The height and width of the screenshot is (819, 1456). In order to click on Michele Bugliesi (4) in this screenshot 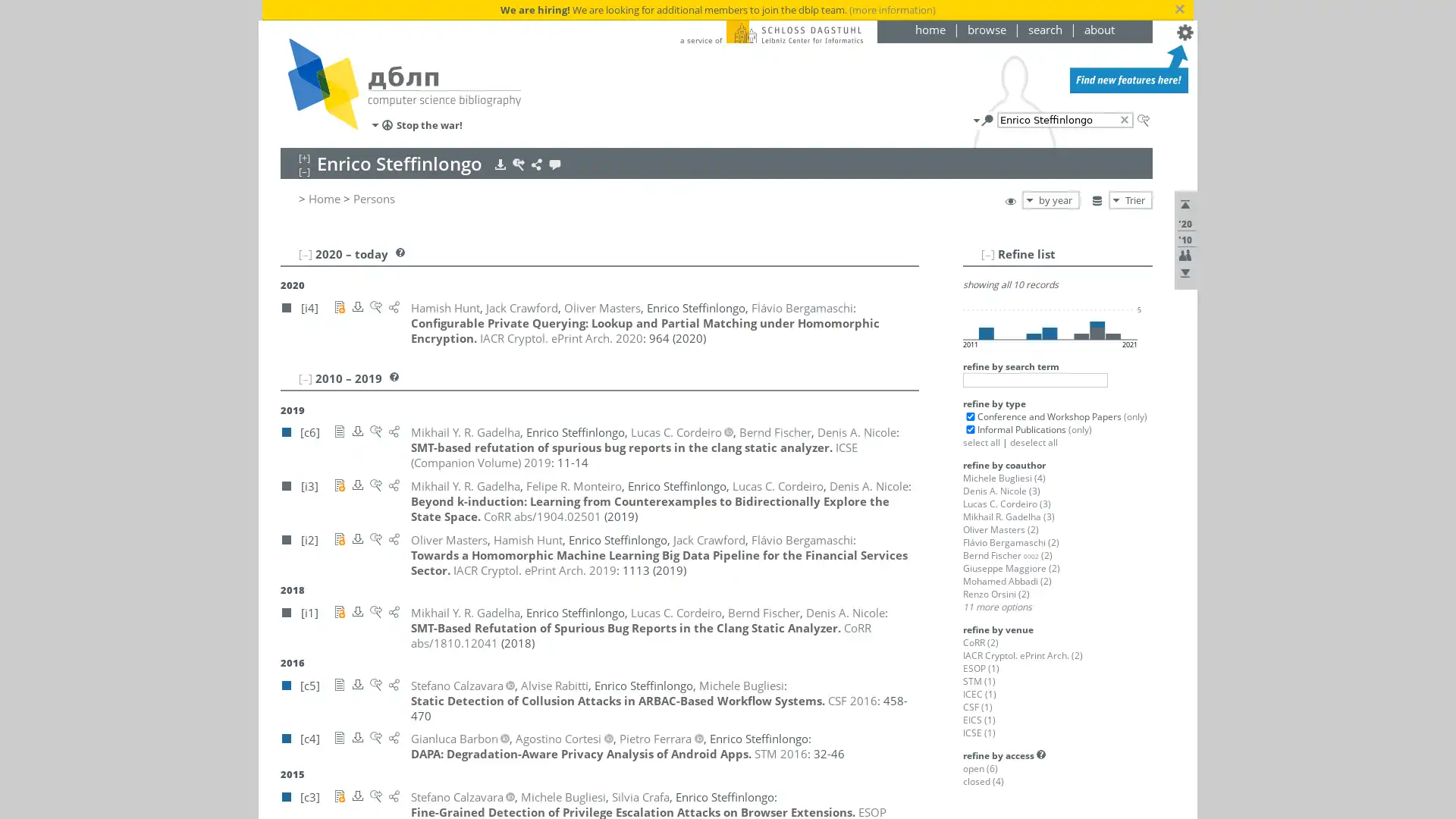, I will do `click(1004, 478)`.